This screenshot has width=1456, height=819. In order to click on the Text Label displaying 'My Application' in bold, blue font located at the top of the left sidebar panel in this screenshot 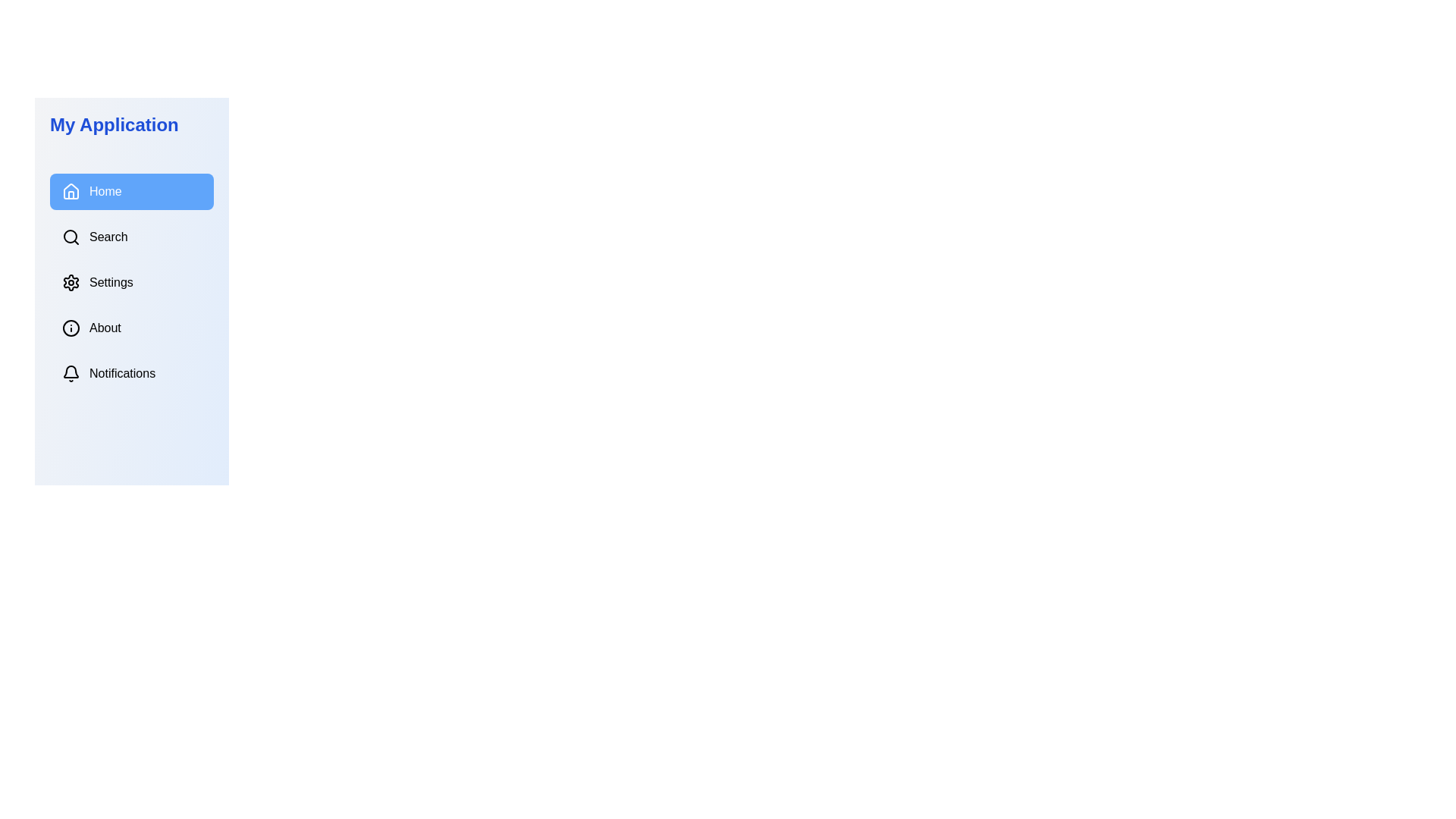, I will do `click(131, 124)`.